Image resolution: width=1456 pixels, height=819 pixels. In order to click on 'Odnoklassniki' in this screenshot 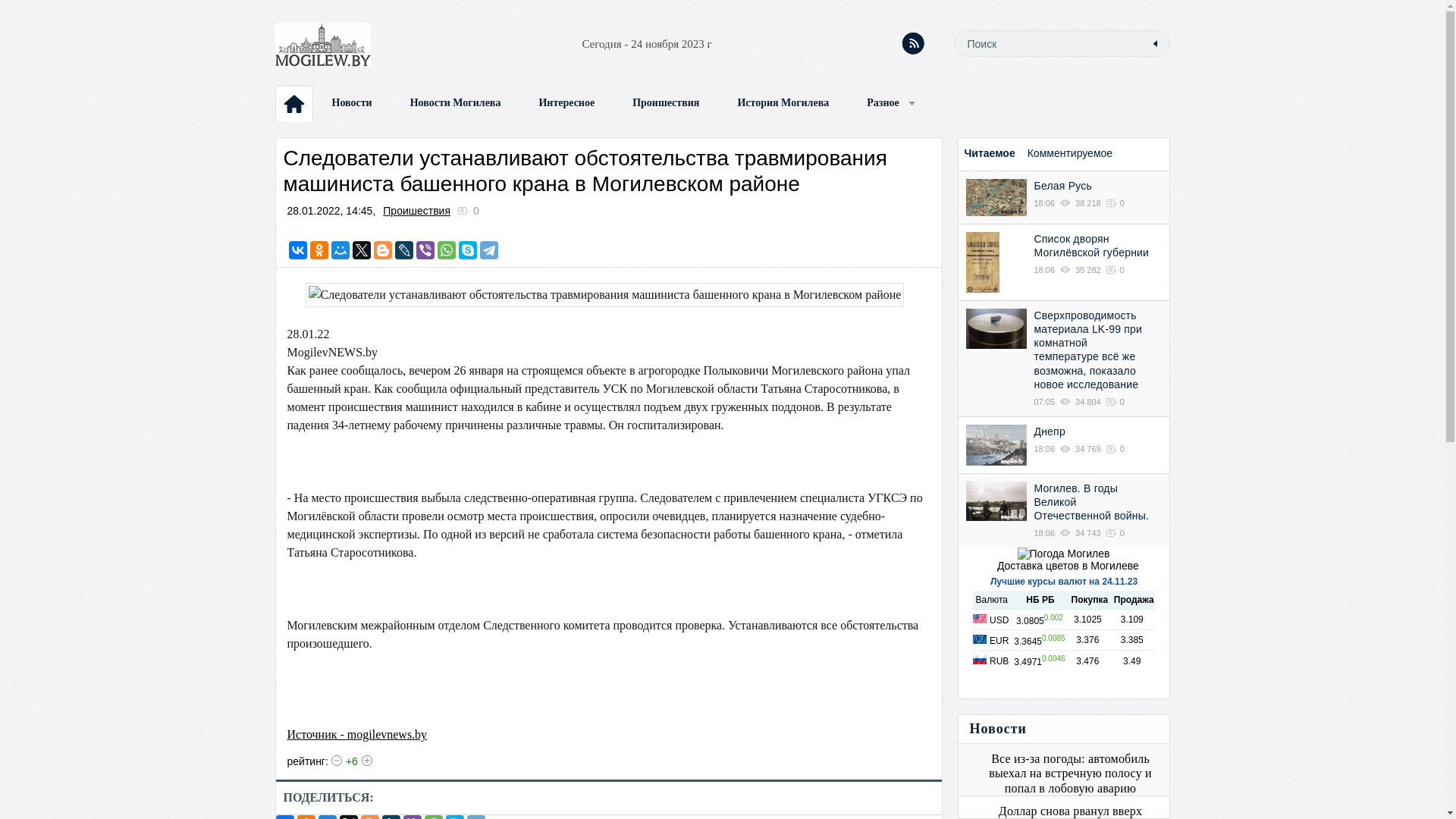, I will do `click(318, 249)`.